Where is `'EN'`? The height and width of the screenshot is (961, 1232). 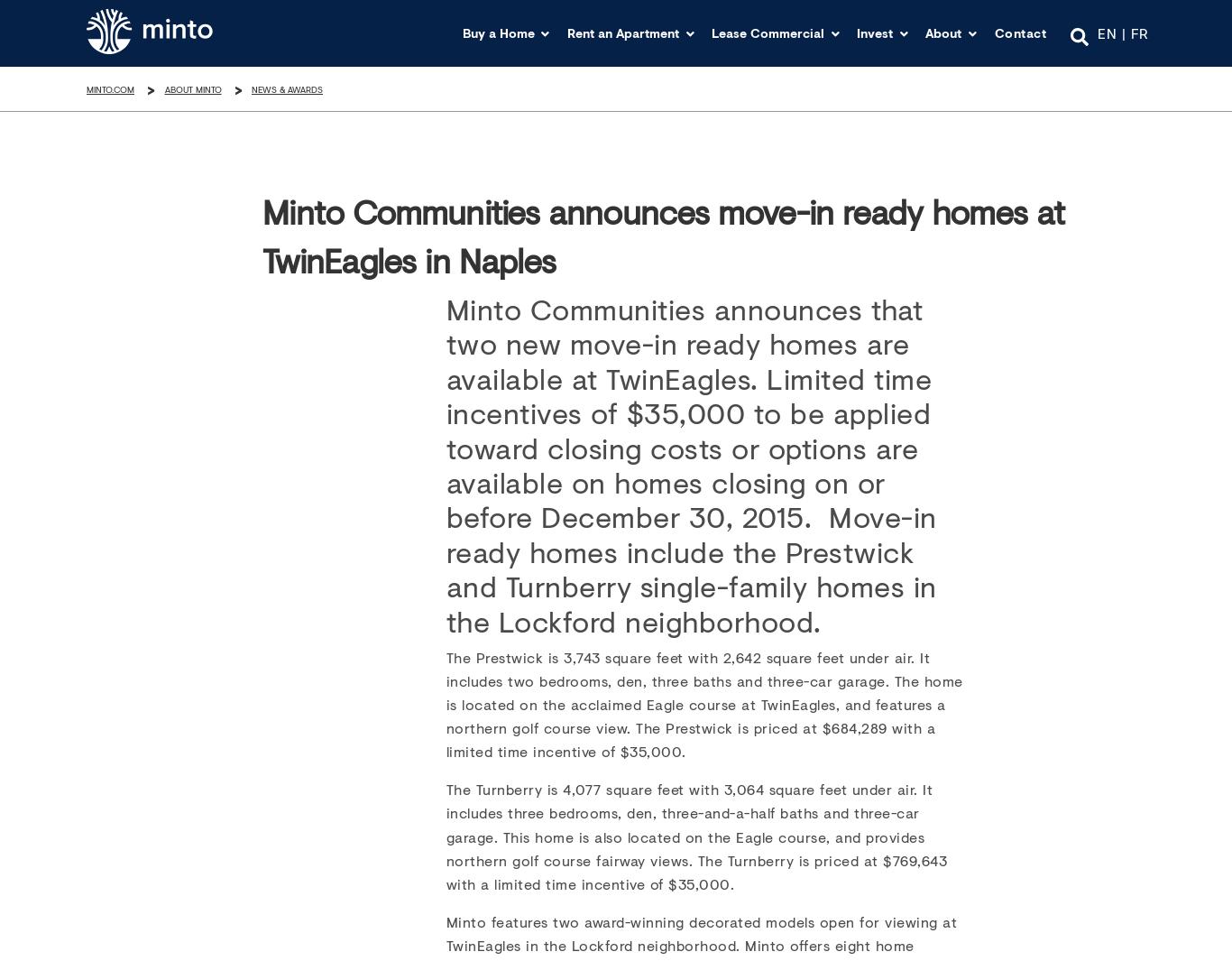
'EN' is located at coordinates (1107, 31).